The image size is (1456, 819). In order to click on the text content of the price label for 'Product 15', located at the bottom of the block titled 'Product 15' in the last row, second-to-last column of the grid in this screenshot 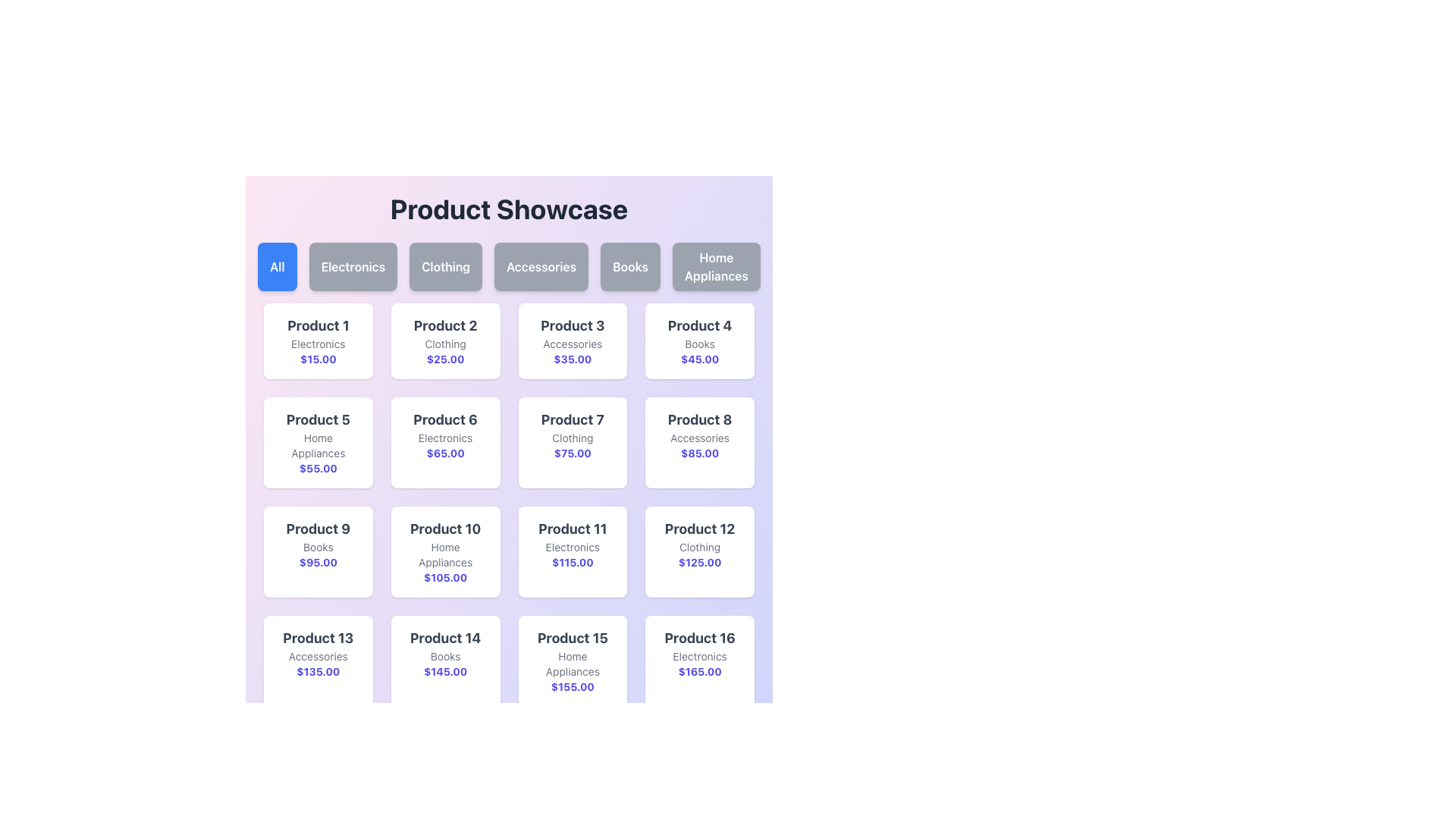, I will do `click(572, 687)`.